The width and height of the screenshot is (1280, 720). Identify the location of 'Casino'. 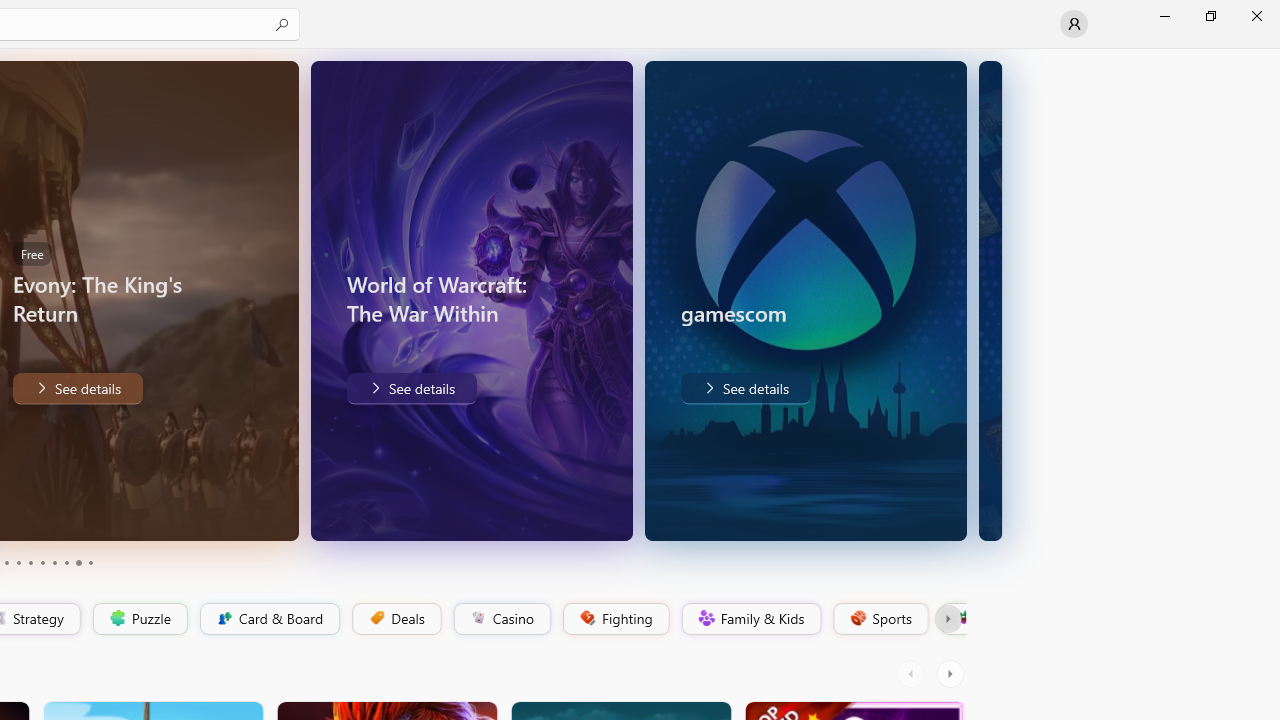
(501, 618).